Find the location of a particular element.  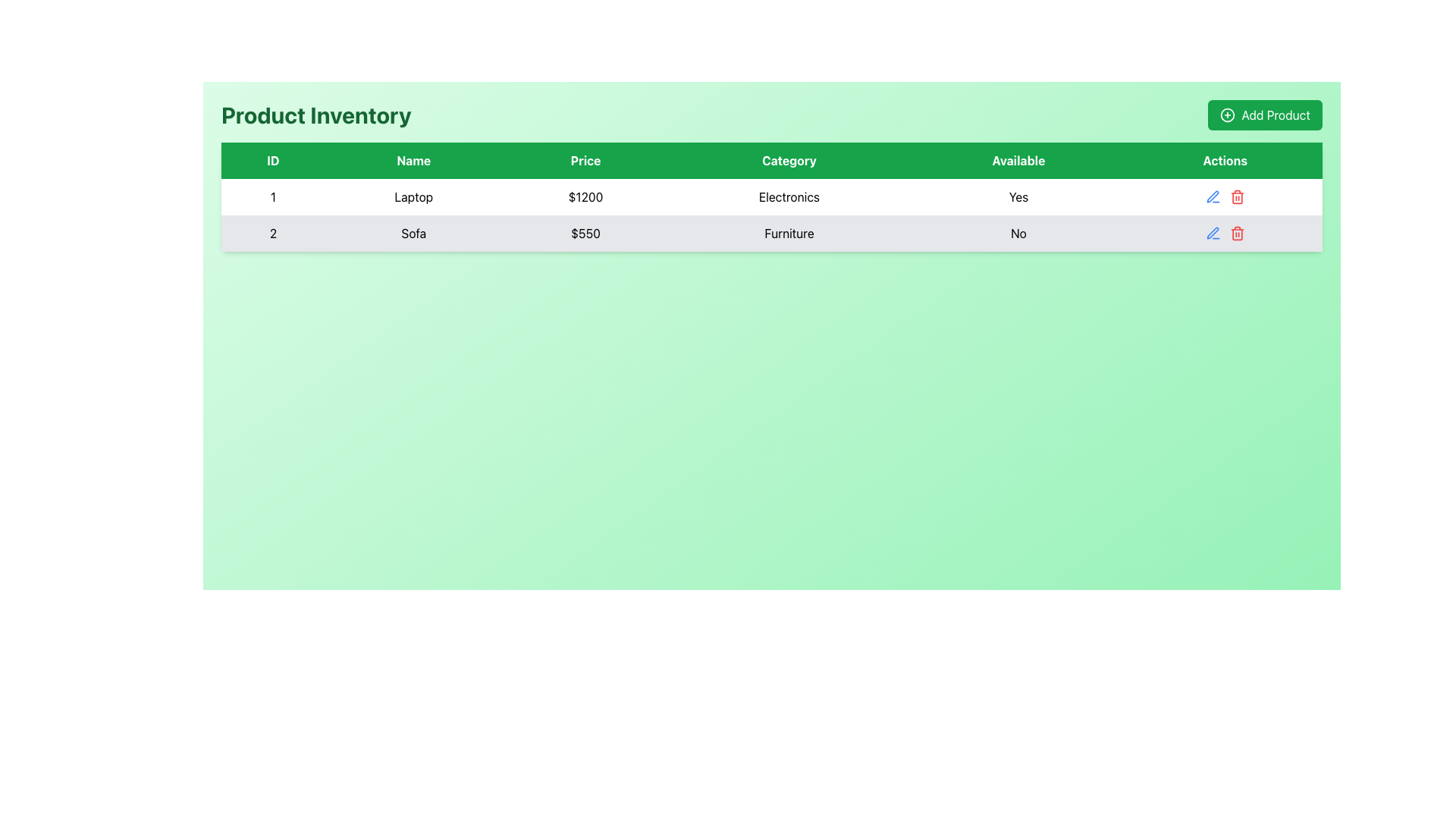

the 'Electronics' text label in the 'Category' column of the table is located at coordinates (789, 196).